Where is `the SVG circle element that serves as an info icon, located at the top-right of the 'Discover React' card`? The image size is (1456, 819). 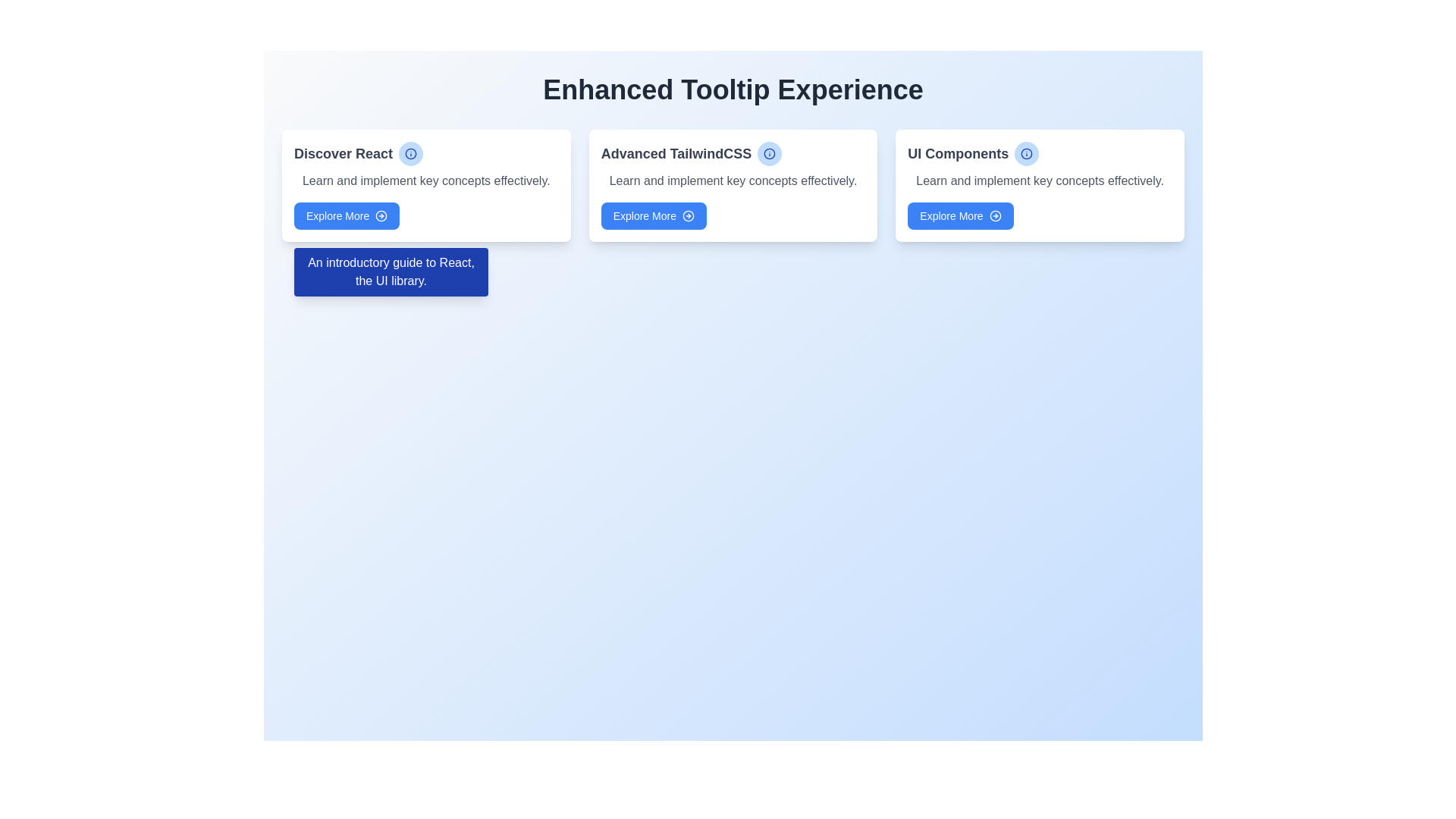
the SVG circle element that serves as an info icon, located at the top-right of the 'Discover React' card is located at coordinates (411, 154).